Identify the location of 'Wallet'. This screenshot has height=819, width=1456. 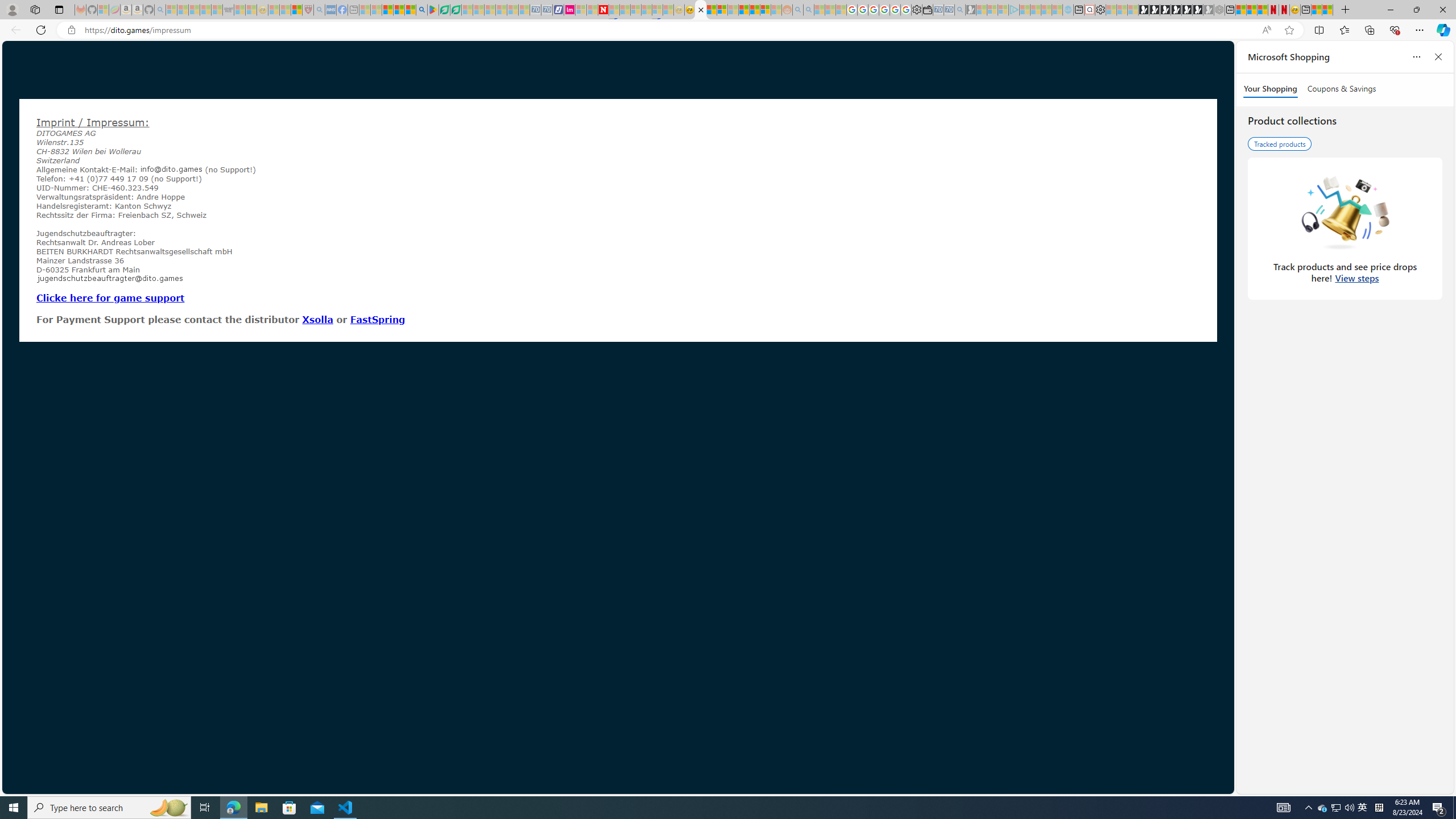
(927, 9).